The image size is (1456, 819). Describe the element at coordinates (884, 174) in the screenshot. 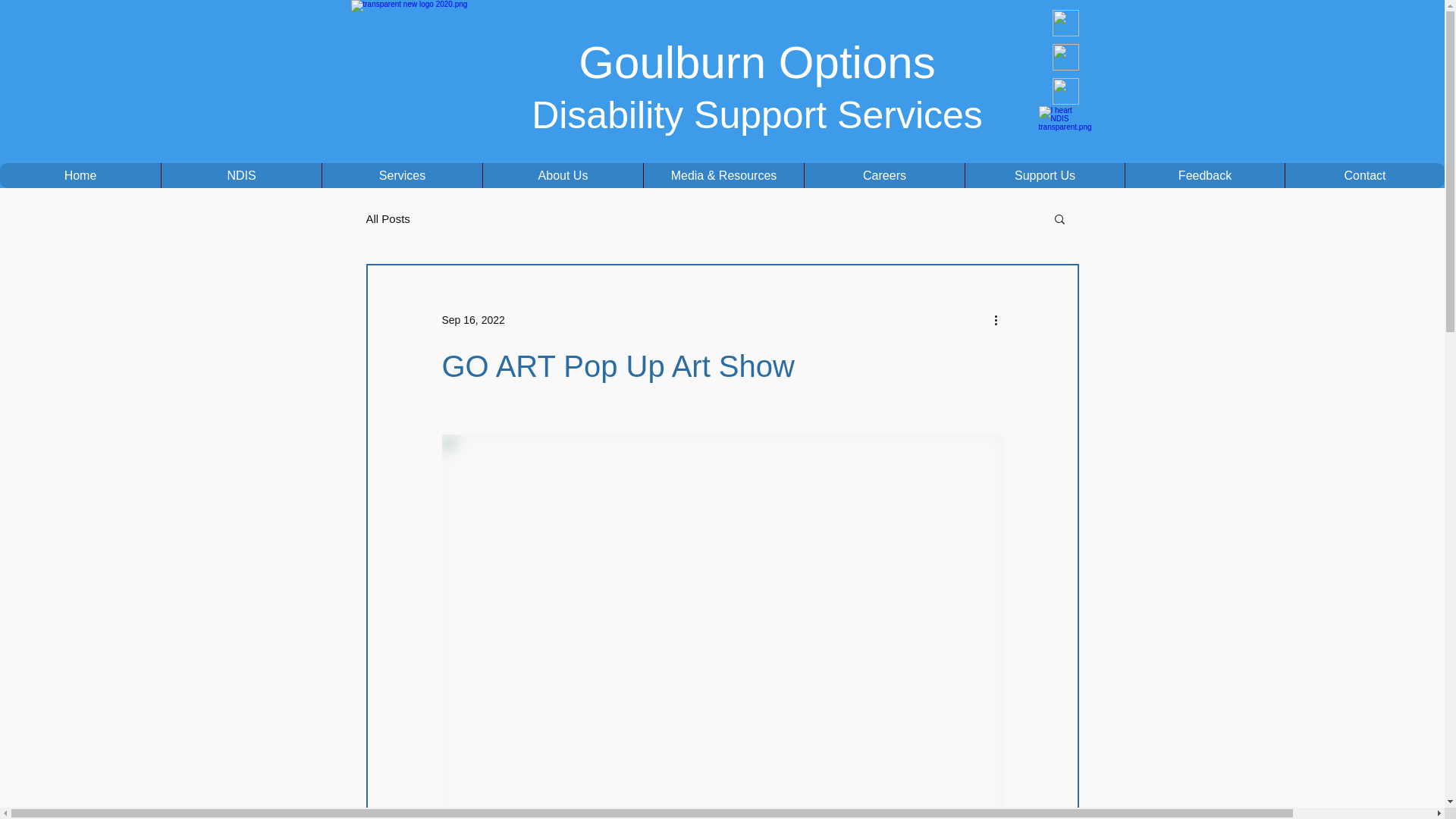

I see `'Careers'` at that location.